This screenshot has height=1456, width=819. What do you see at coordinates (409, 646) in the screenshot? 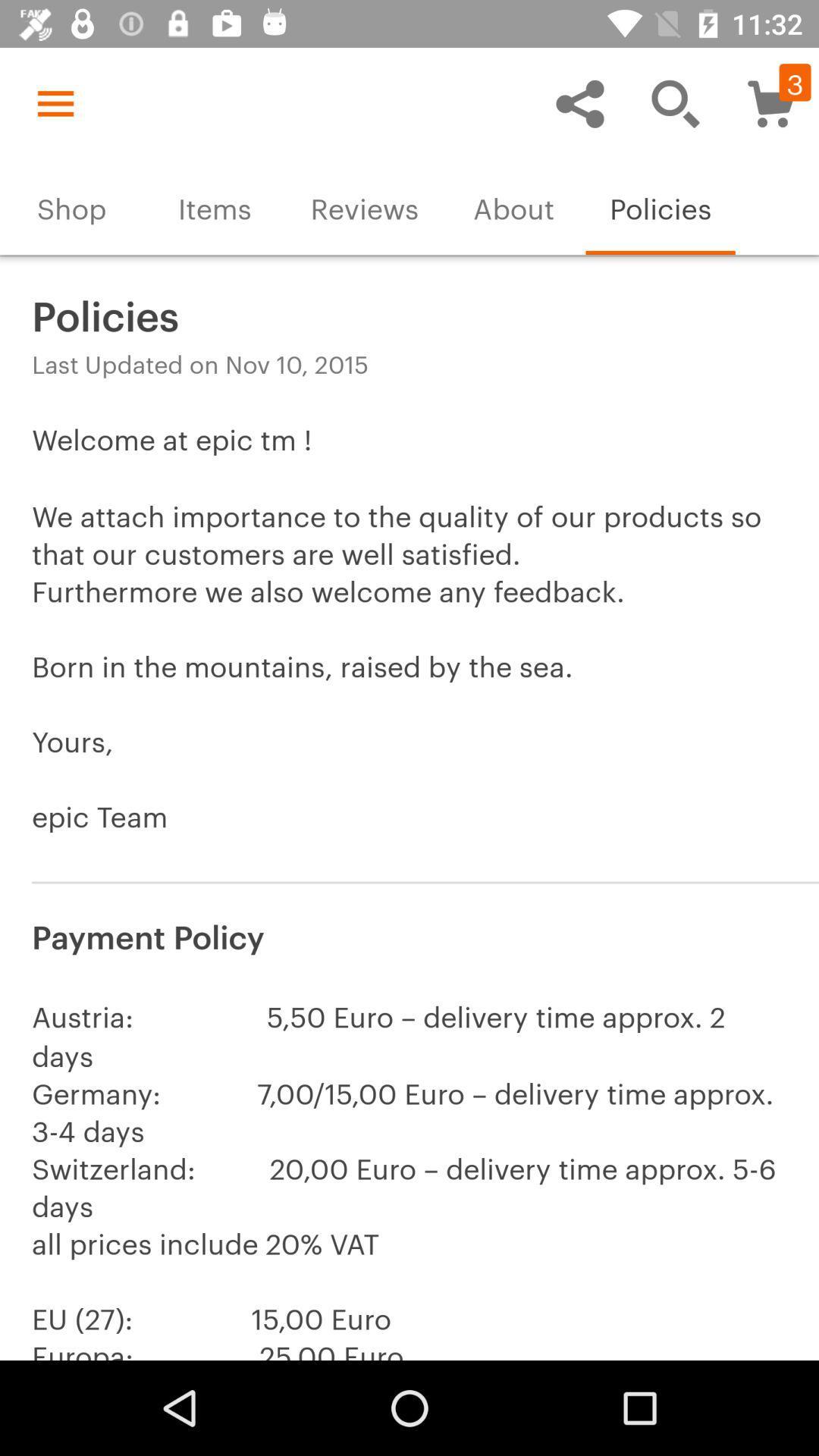
I see `item above payment policy icon` at bounding box center [409, 646].